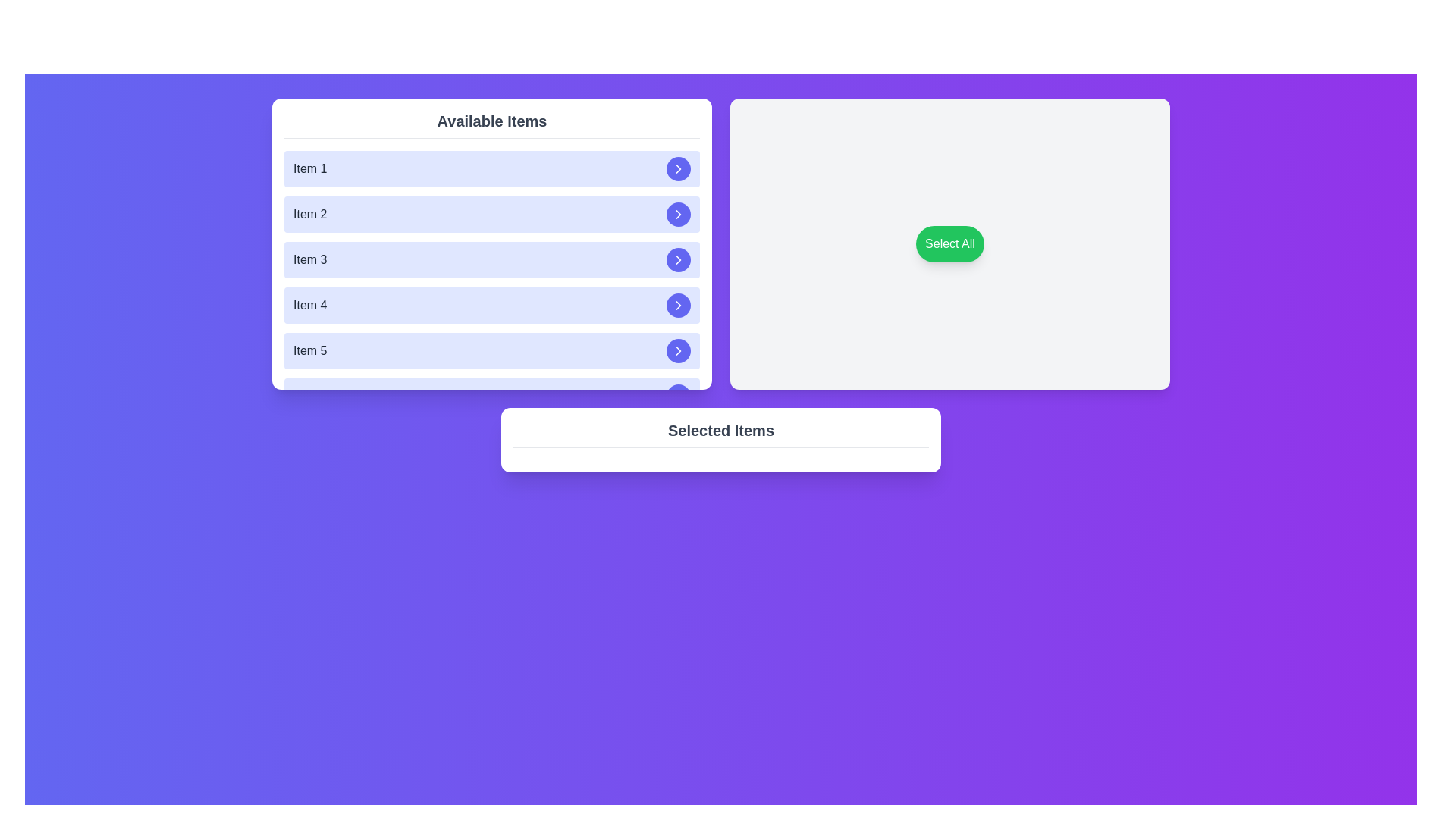 The width and height of the screenshot is (1456, 819). I want to click on the circular button containing the Chevron-right SVG icon, which is styled with a purple background and is located in the fourth row of the 'Available Items' list, so click(677, 259).